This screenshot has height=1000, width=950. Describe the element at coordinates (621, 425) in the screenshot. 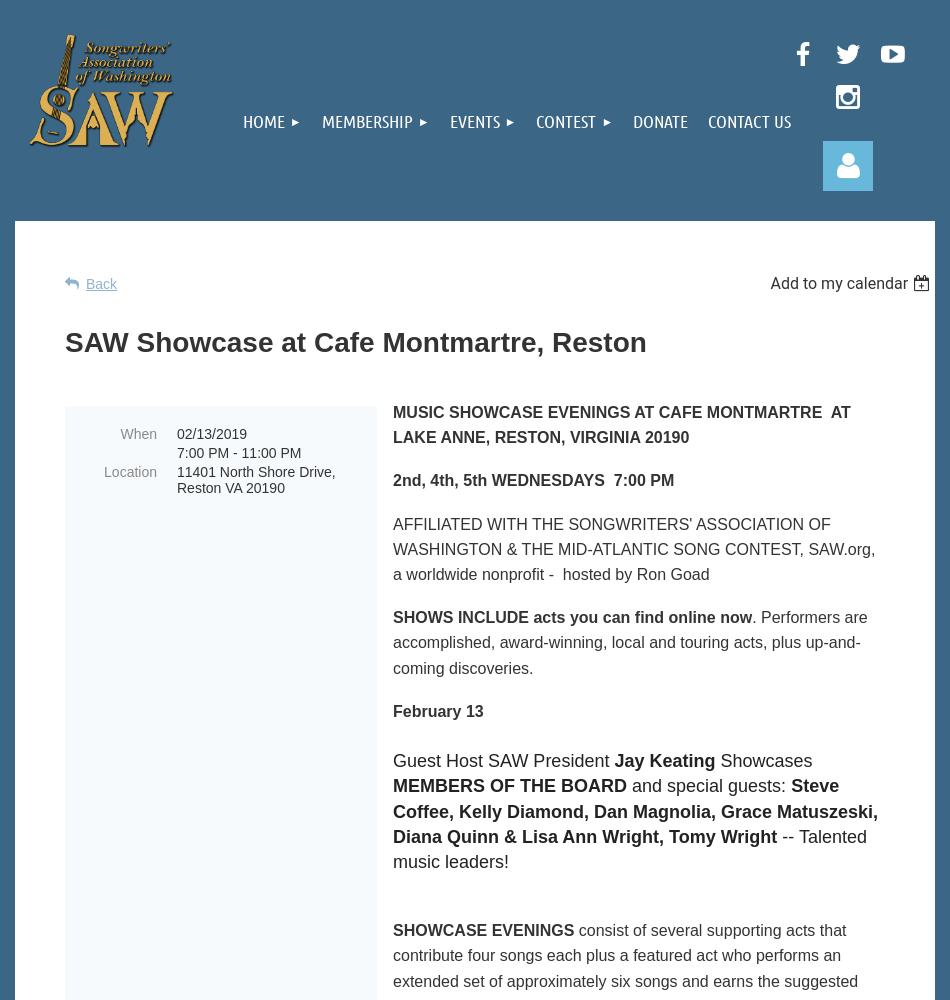

I see `'MUSIC SHOWCASE EVENINGS AT CAFE MONTMARTRE  AT LAKE ANNE, RESTON, VIRGINIA 20190'` at that location.